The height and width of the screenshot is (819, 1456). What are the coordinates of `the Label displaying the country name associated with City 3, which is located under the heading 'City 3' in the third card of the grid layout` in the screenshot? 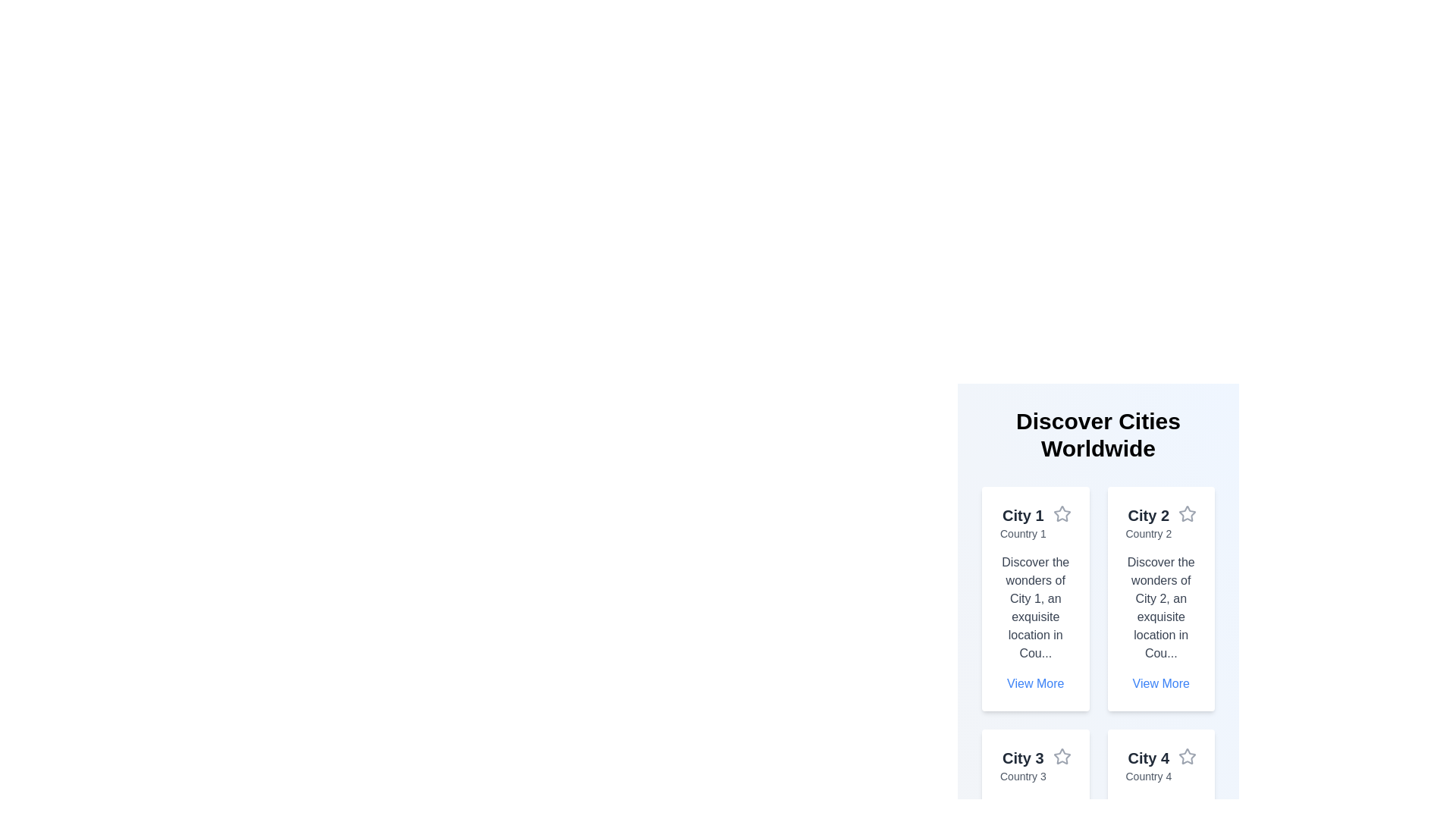 It's located at (1023, 776).